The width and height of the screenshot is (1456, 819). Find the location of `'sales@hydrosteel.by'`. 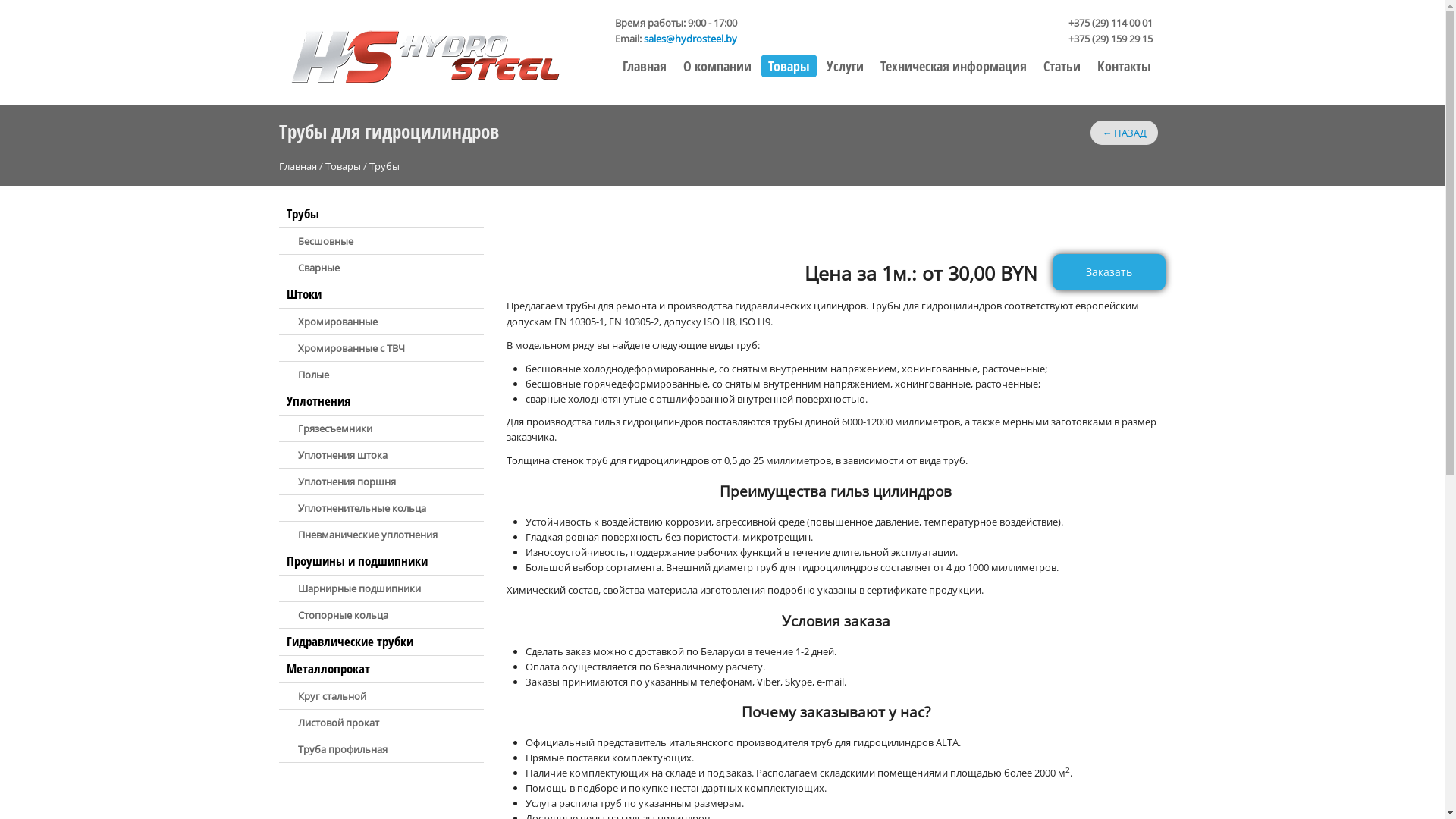

'sales@hydrosteel.by' is located at coordinates (689, 37).